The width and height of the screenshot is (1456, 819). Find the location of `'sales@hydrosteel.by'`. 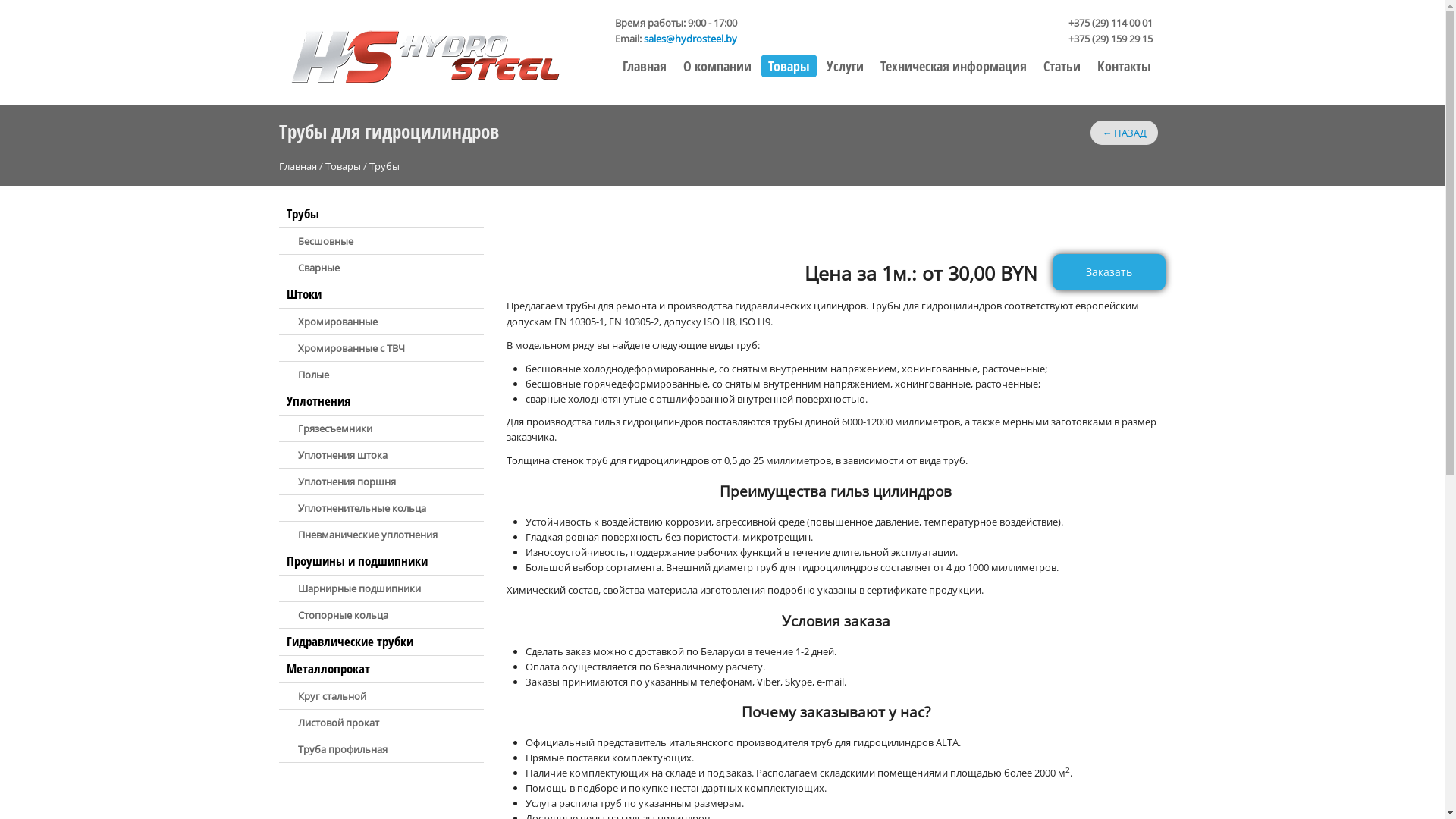

'sales@hydrosteel.by' is located at coordinates (689, 37).